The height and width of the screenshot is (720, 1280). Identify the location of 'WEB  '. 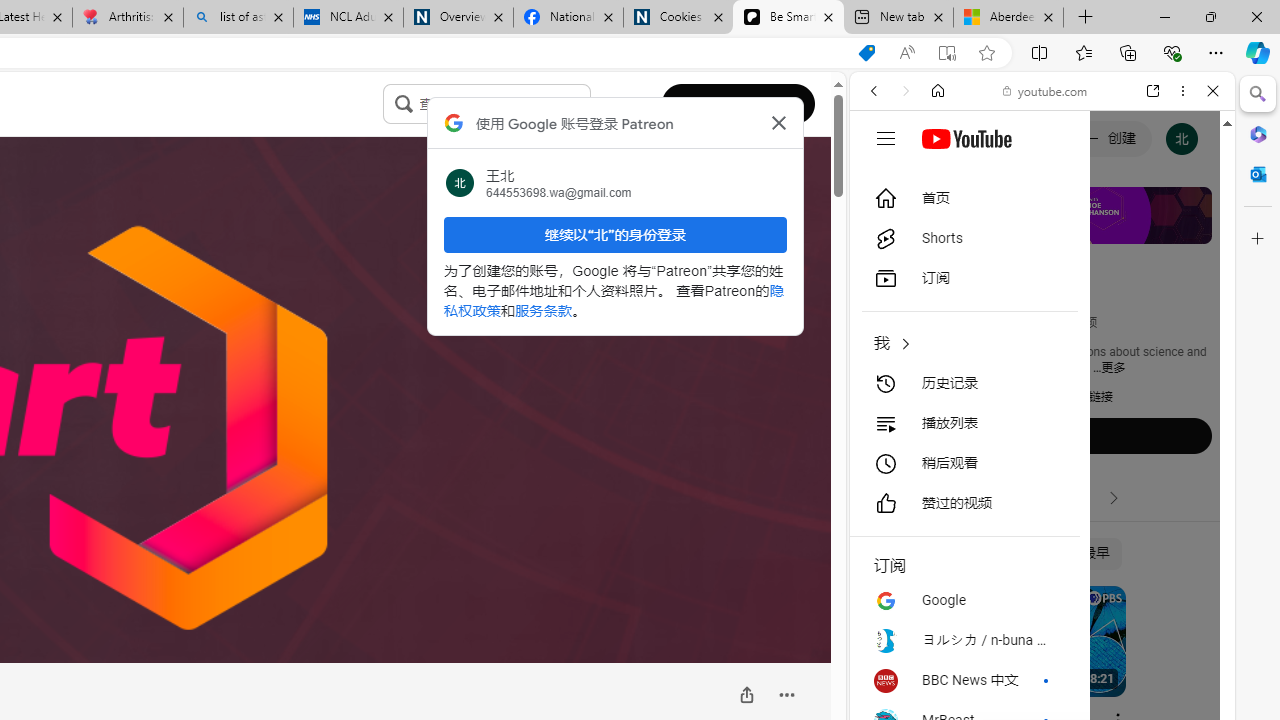
(881, 227).